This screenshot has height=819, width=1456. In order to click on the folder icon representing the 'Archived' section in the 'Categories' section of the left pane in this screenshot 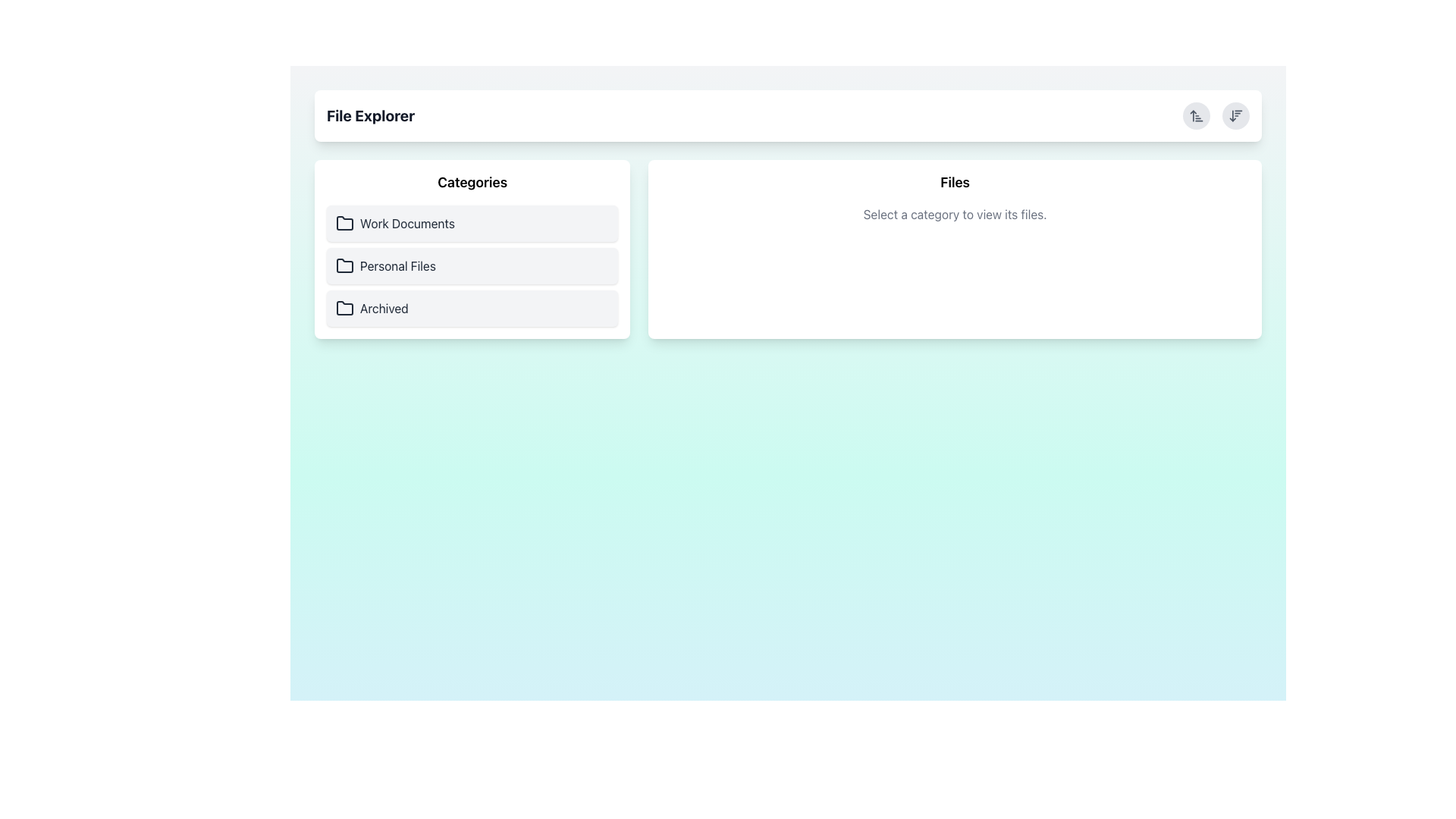, I will do `click(344, 308)`.